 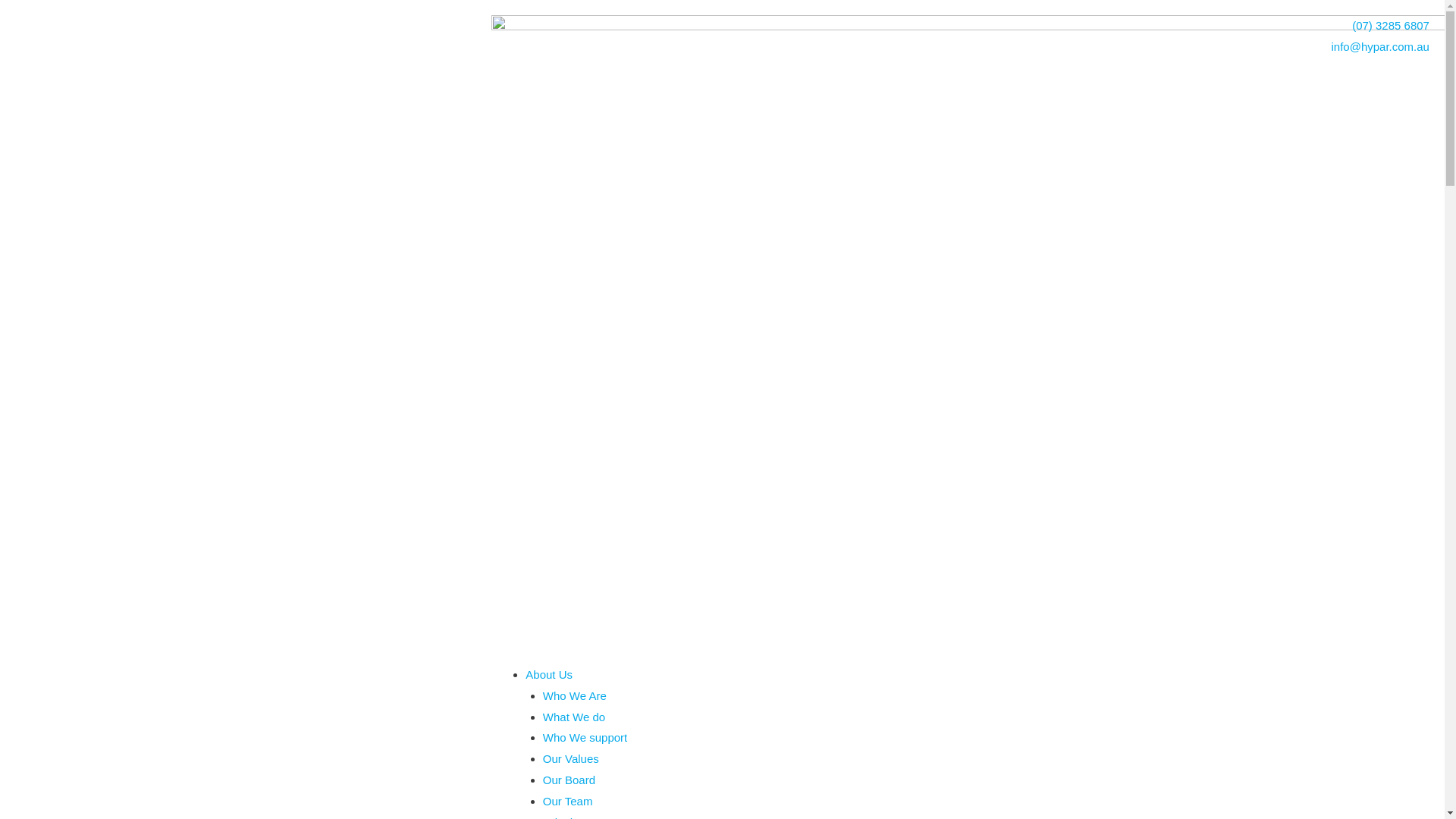 I want to click on 'Our Values', so click(x=570, y=758).